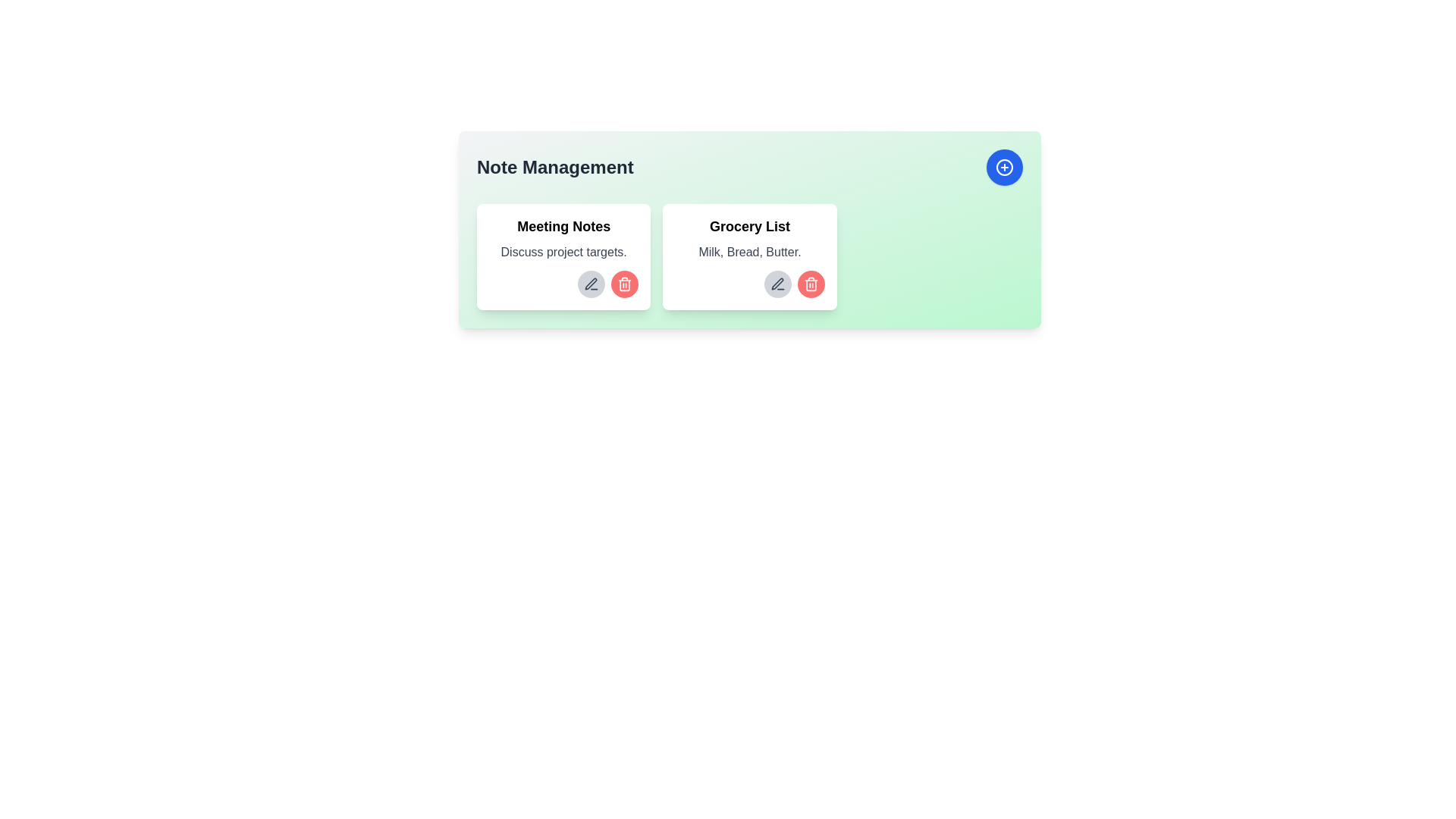  Describe the element at coordinates (625, 284) in the screenshot. I see `the red circular delete button with a white trash can icon located at the bottom-right of the 'Meeting Notes' card under certain conditions` at that location.